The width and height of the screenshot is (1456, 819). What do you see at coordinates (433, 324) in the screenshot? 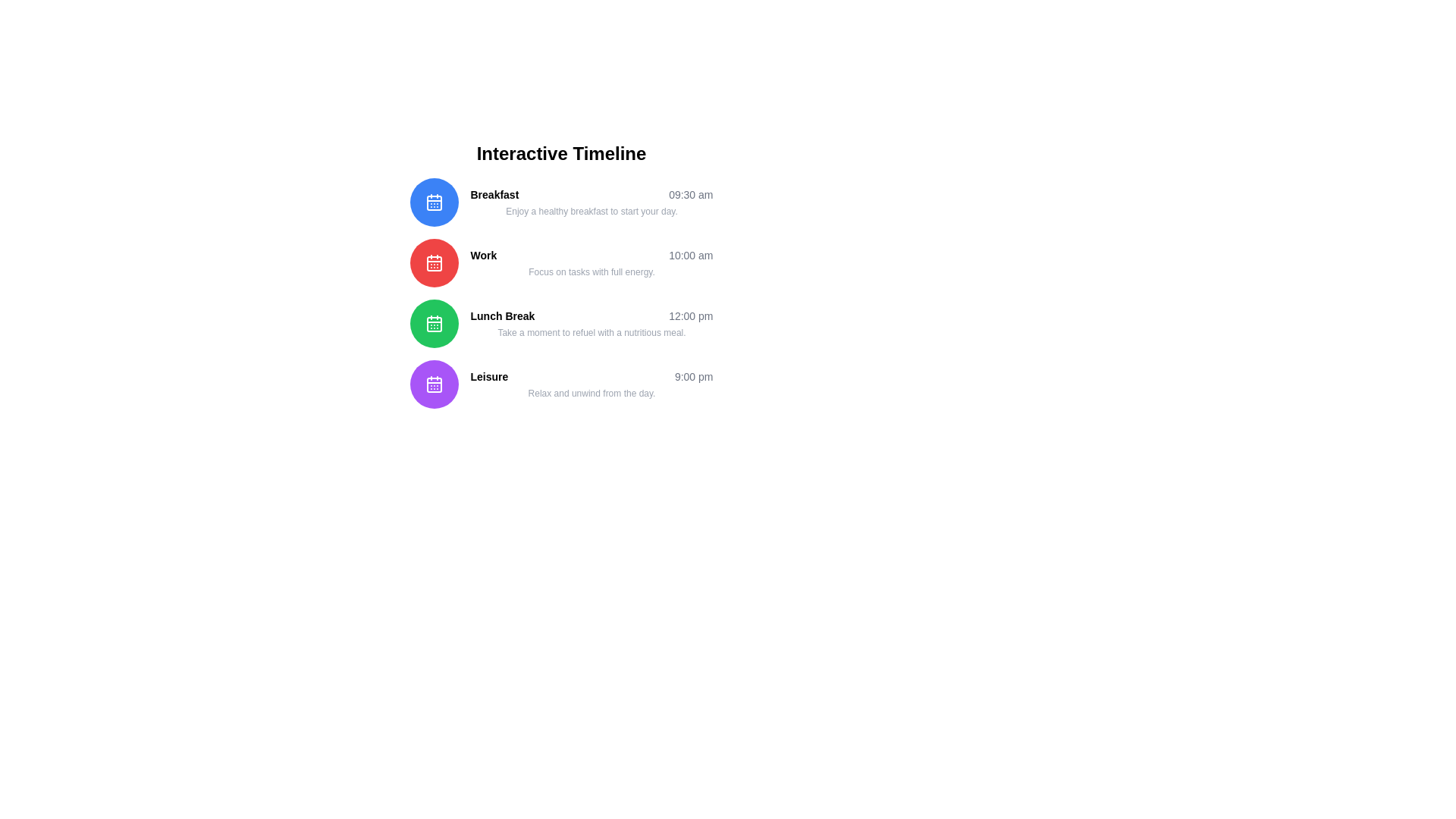
I see `the decorative graphical element that is part of the 'Lunch Break' calendar icon, positioned third from the top in the vertical list of elements` at bounding box center [433, 324].